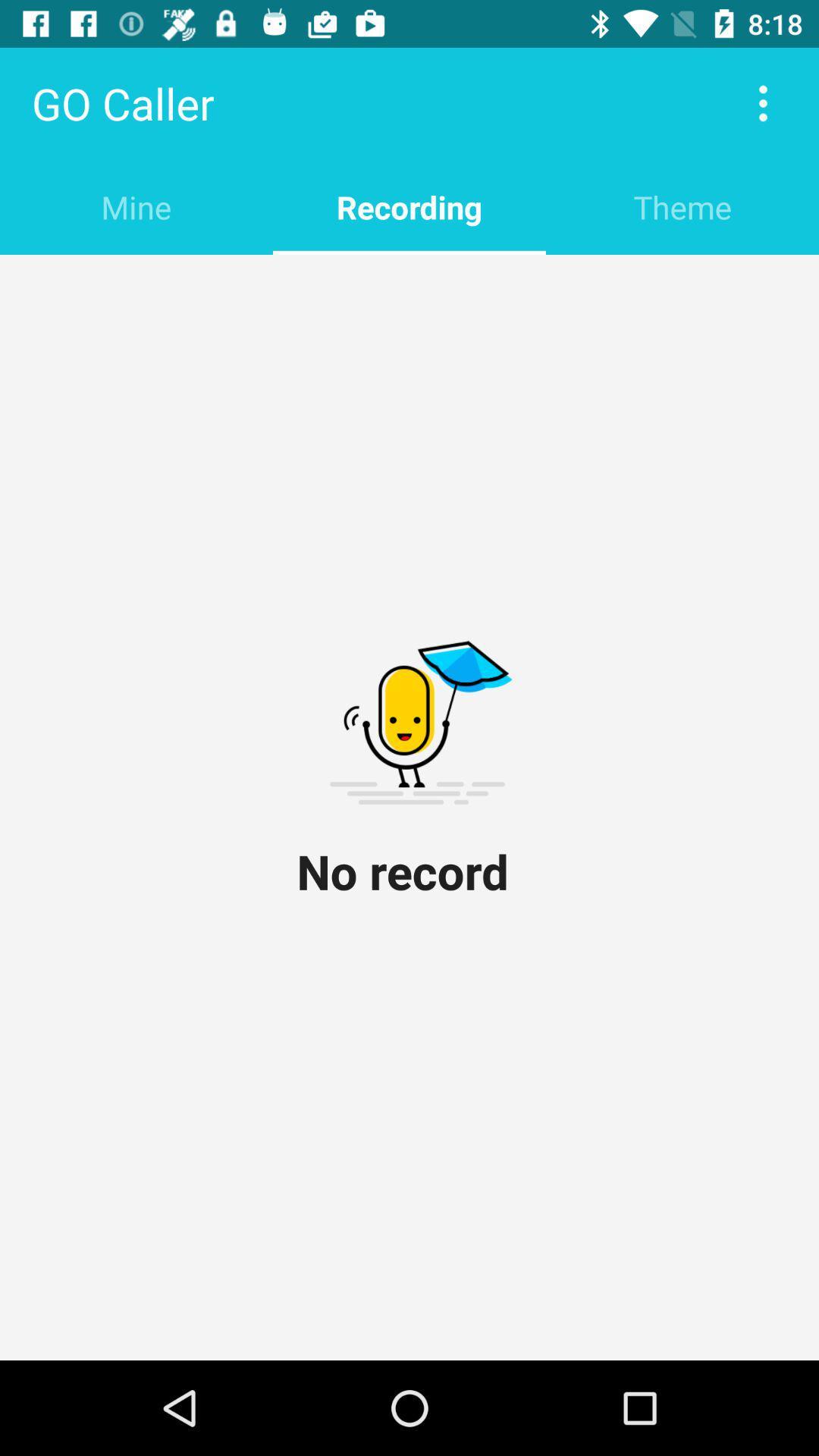 Image resolution: width=819 pixels, height=1456 pixels. I want to click on item to the left of recording item, so click(136, 206).